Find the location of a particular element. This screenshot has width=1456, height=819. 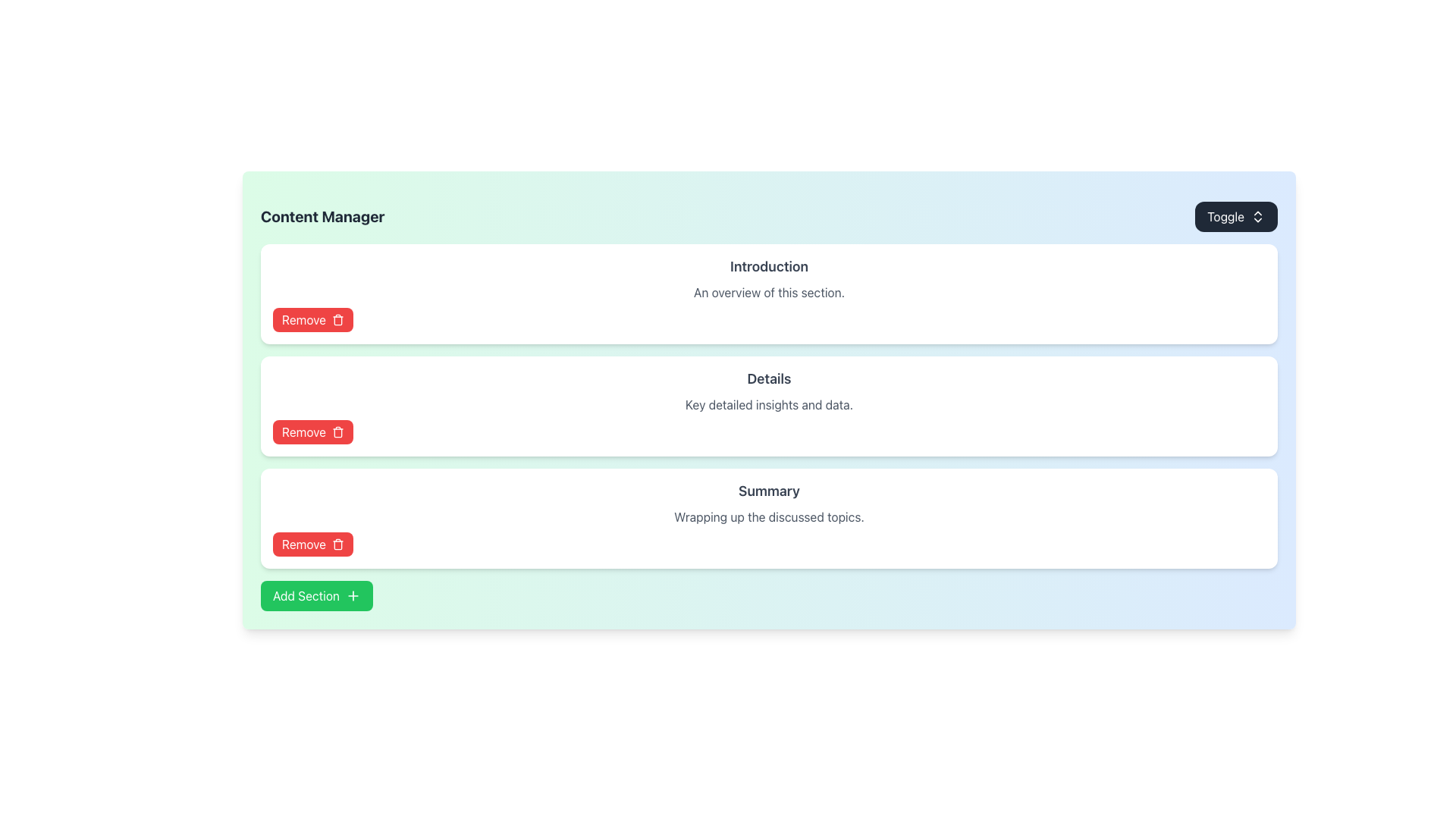

the trash can icon located on the right side of the text within the third 'Remove' button is located at coordinates (337, 432).